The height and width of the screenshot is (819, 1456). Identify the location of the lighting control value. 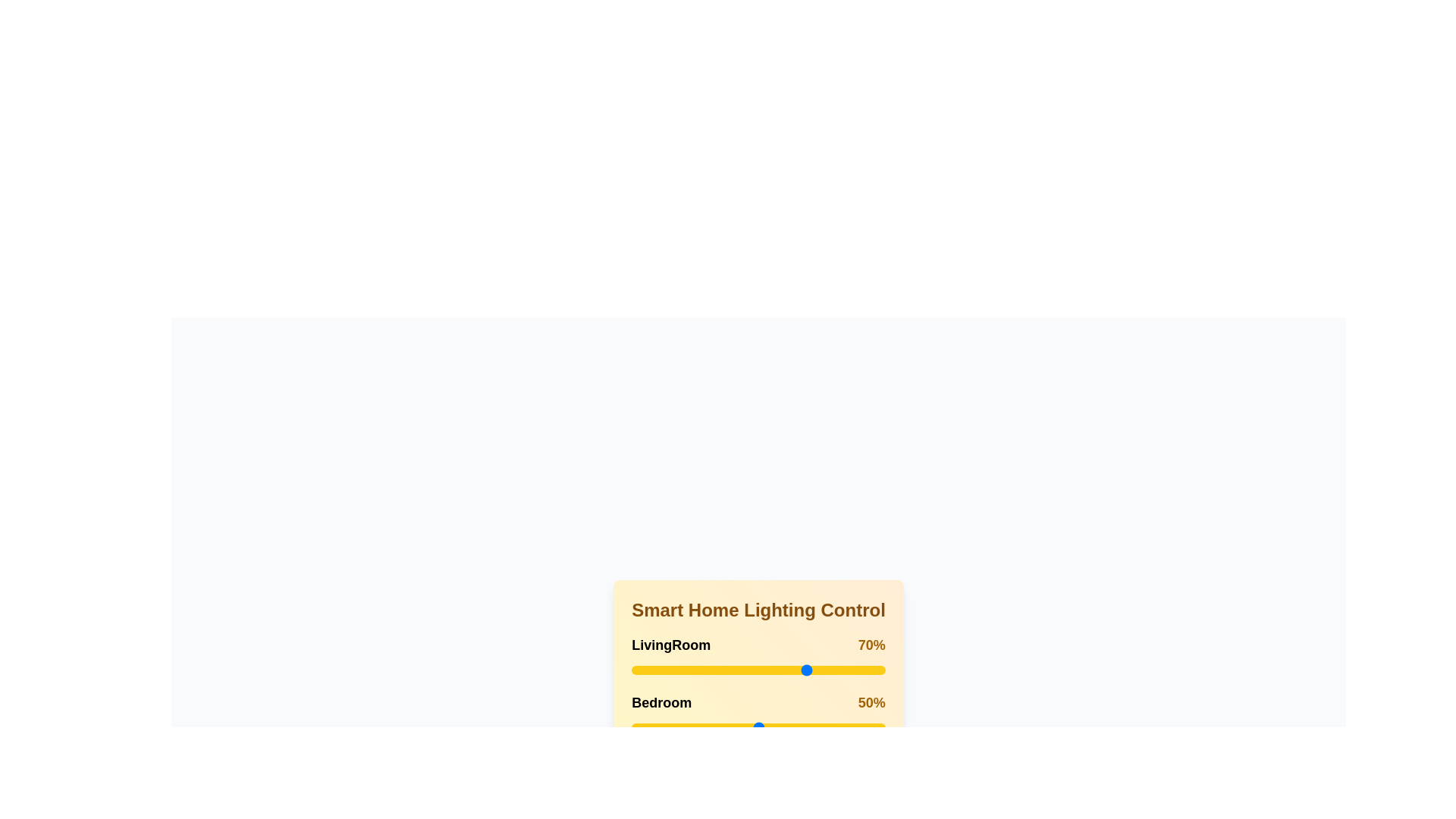
(883, 669).